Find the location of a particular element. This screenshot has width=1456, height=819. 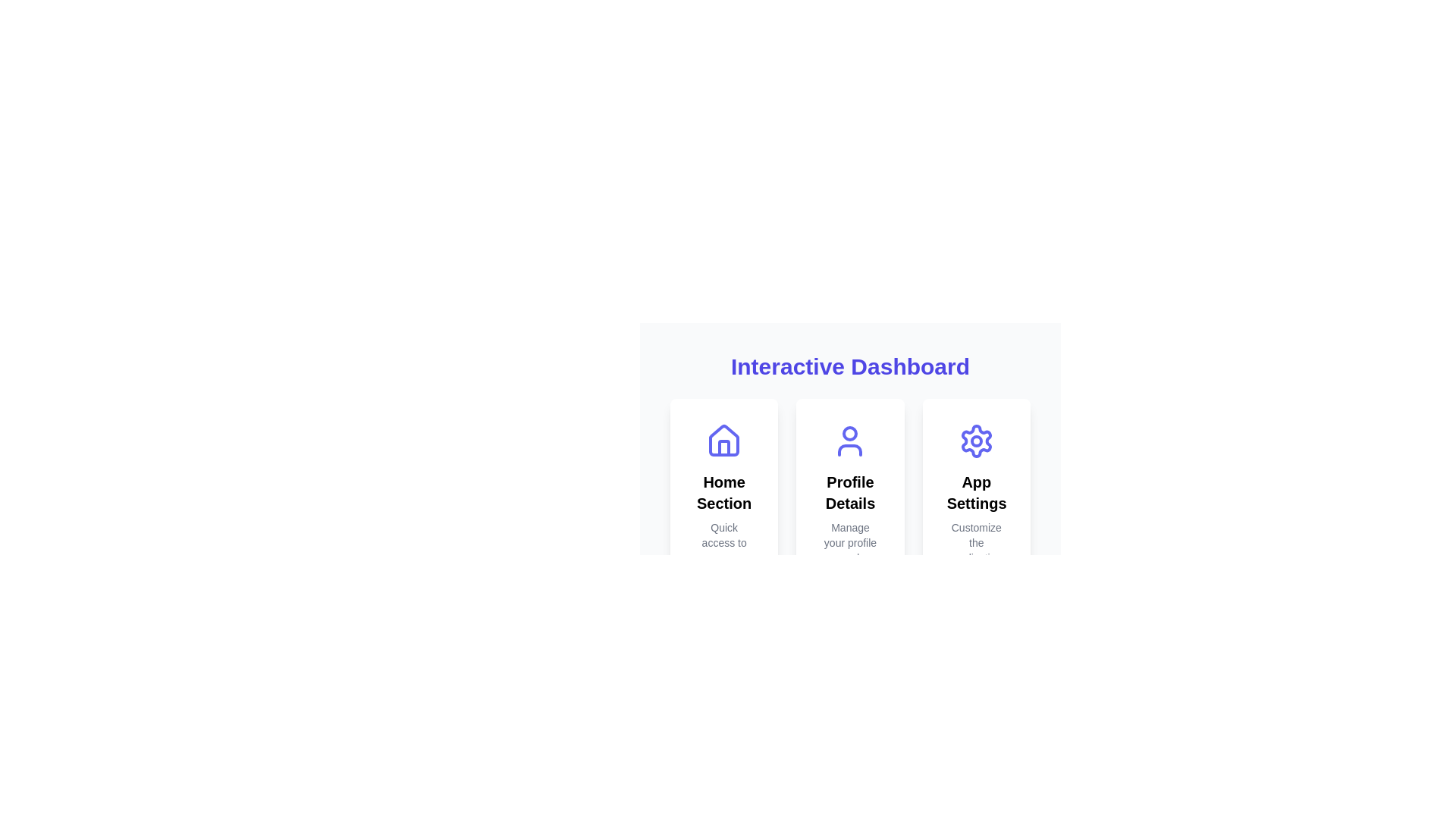

the settings icon located in the bottom-right card of the 'App Settings' section under 'Interactive Dashboard' to initiate the settings functionality is located at coordinates (976, 441).